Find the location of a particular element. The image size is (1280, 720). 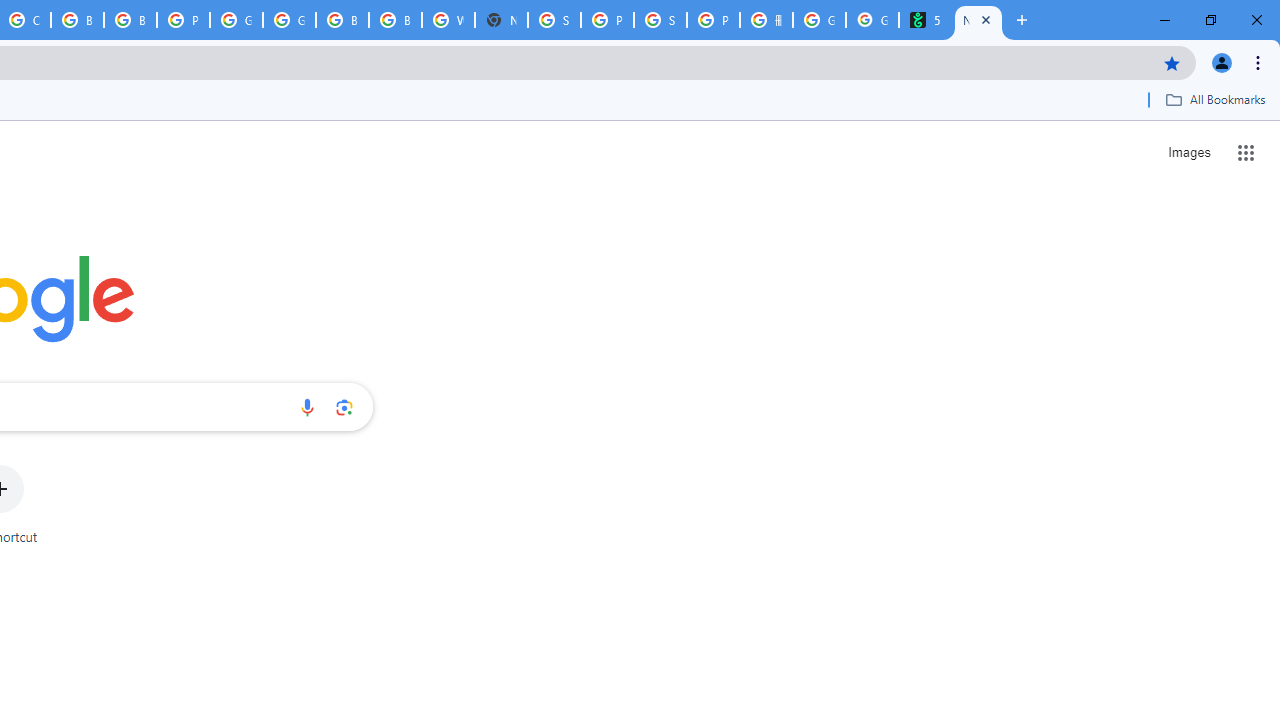

'Browse Chrome as a guest - Computer - Google Chrome Help' is located at coordinates (77, 20).